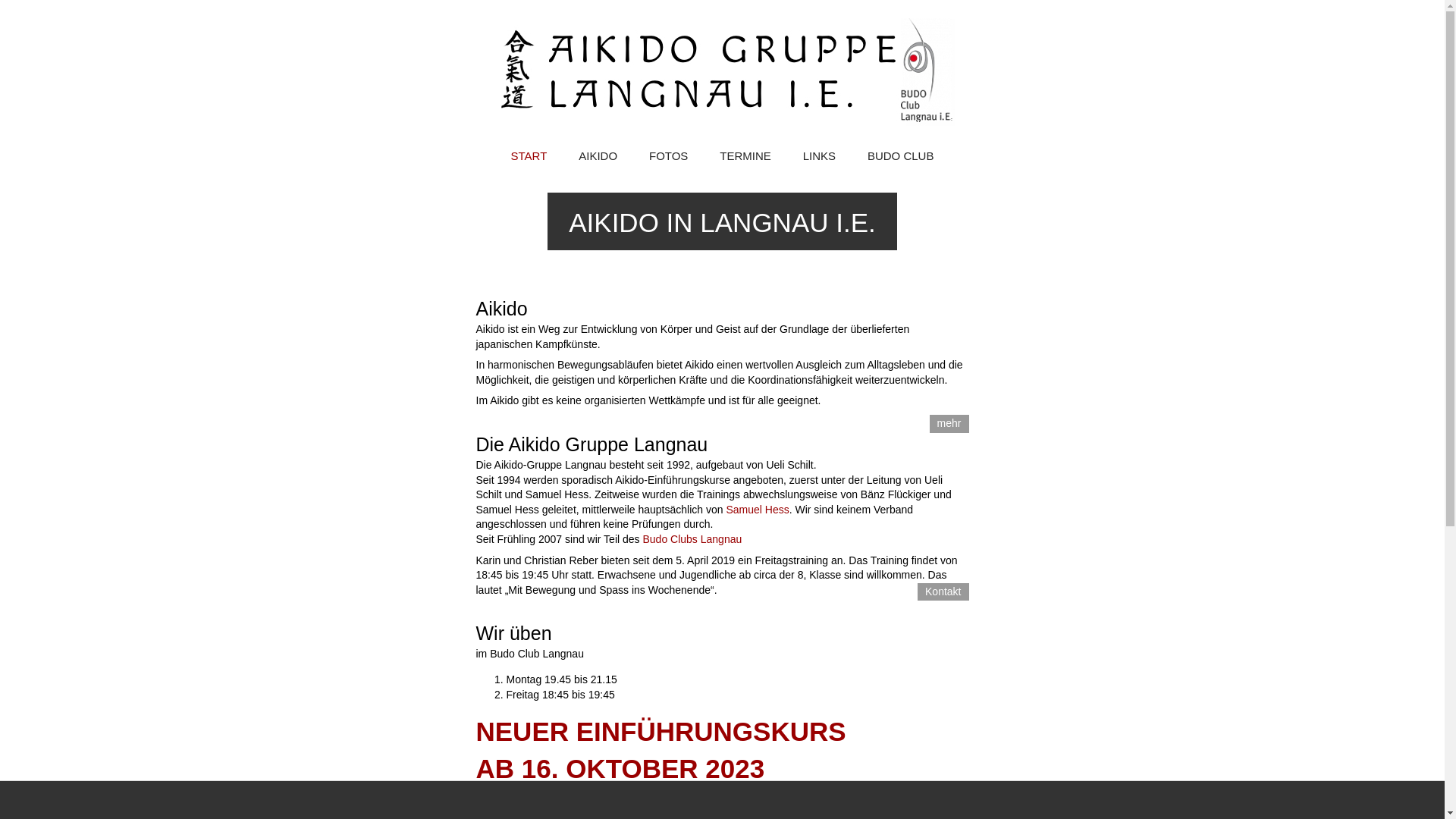 This screenshot has width=1456, height=819. Describe the element at coordinates (949, 795) in the screenshot. I see `'Plan'` at that location.